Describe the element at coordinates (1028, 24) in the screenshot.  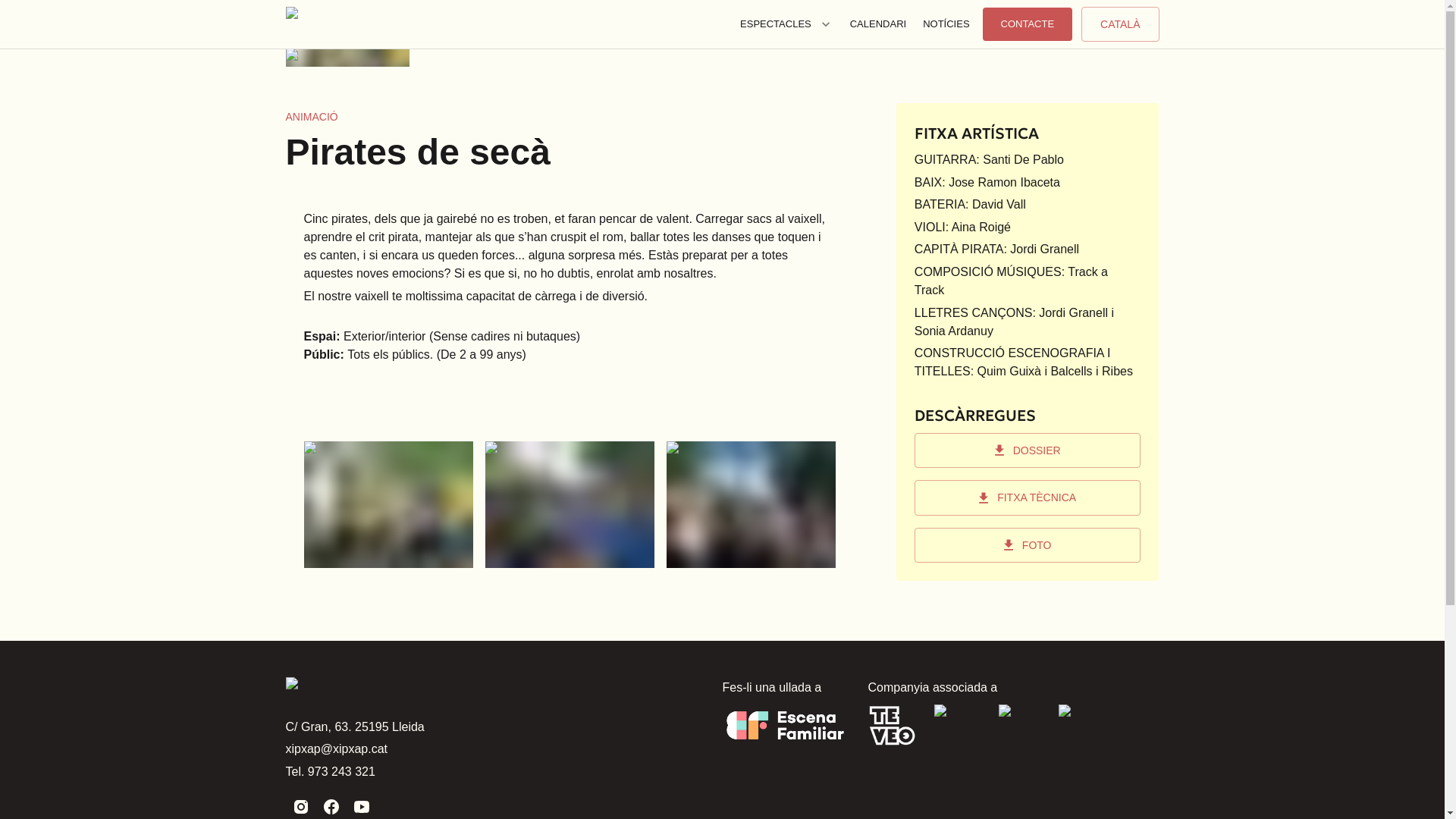
I see `'CONTACTE'` at that location.